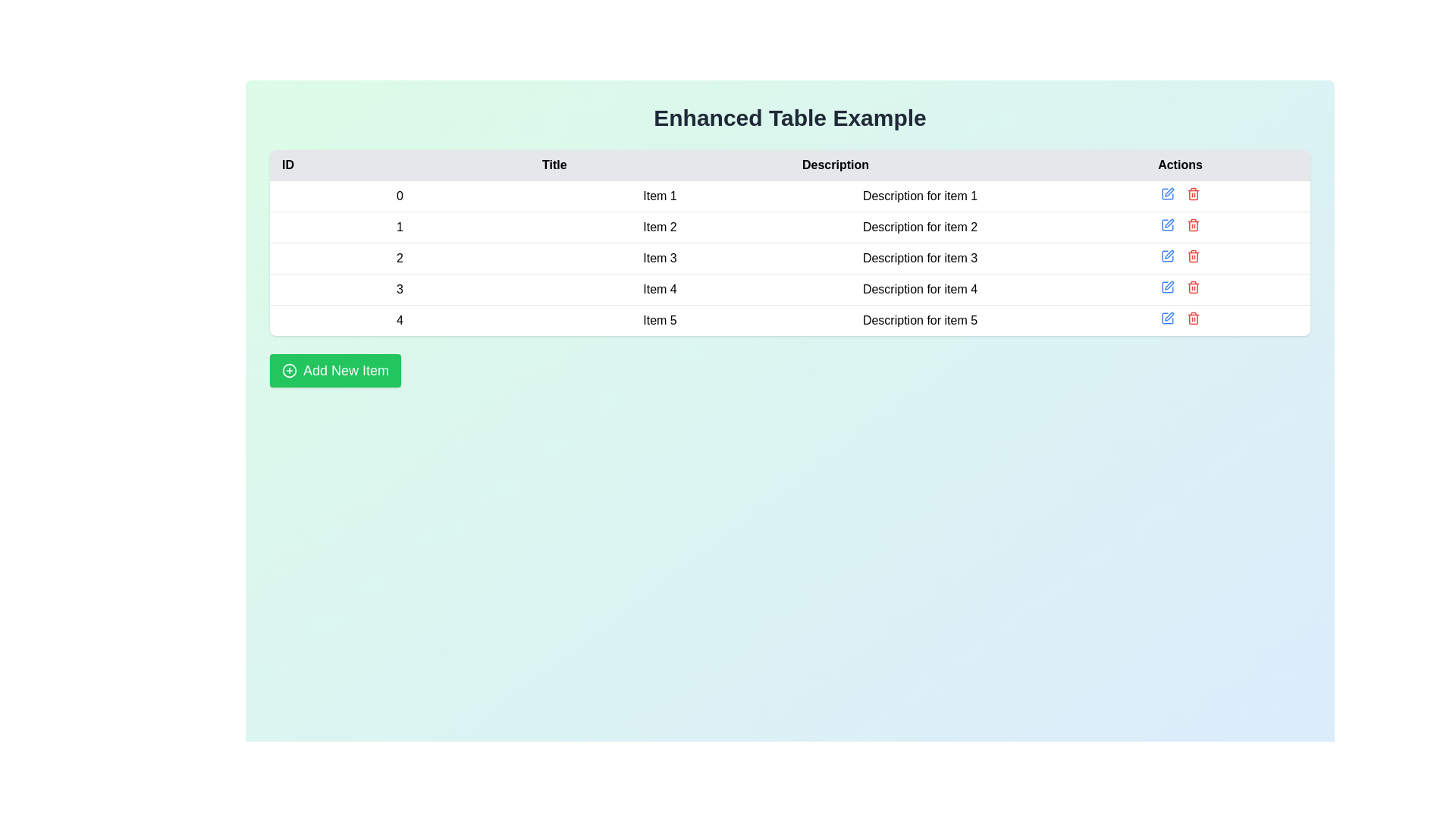  What do you see at coordinates (1166, 318) in the screenshot?
I see `the small blue pencil-shaped icon that indicates an edit action, located in the 'Actions' column for the row related to 'Item 5'` at bounding box center [1166, 318].